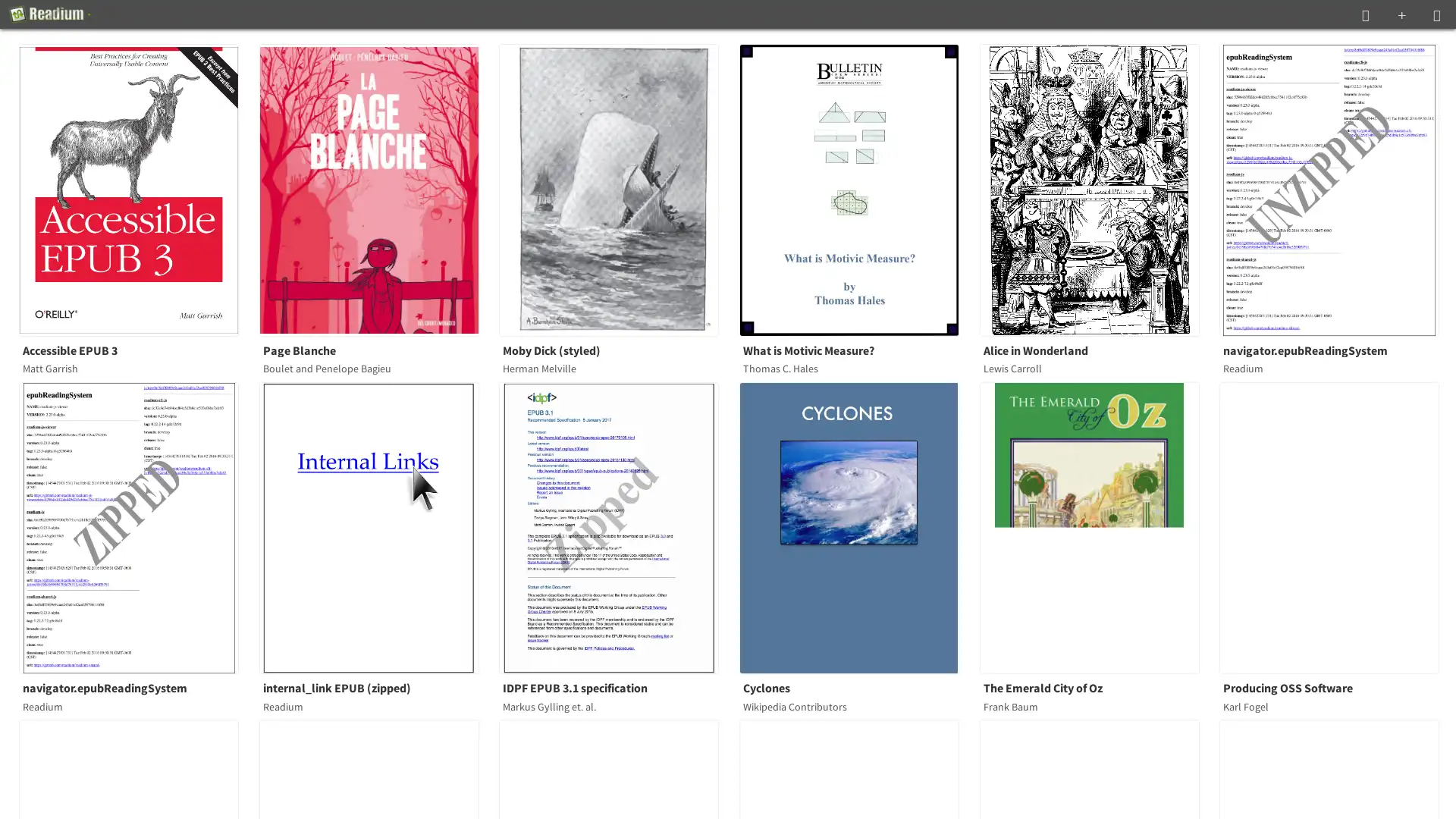  Describe the element at coordinates (138, 189) in the screenshot. I see `(1) Accessible EPUB 3` at that location.